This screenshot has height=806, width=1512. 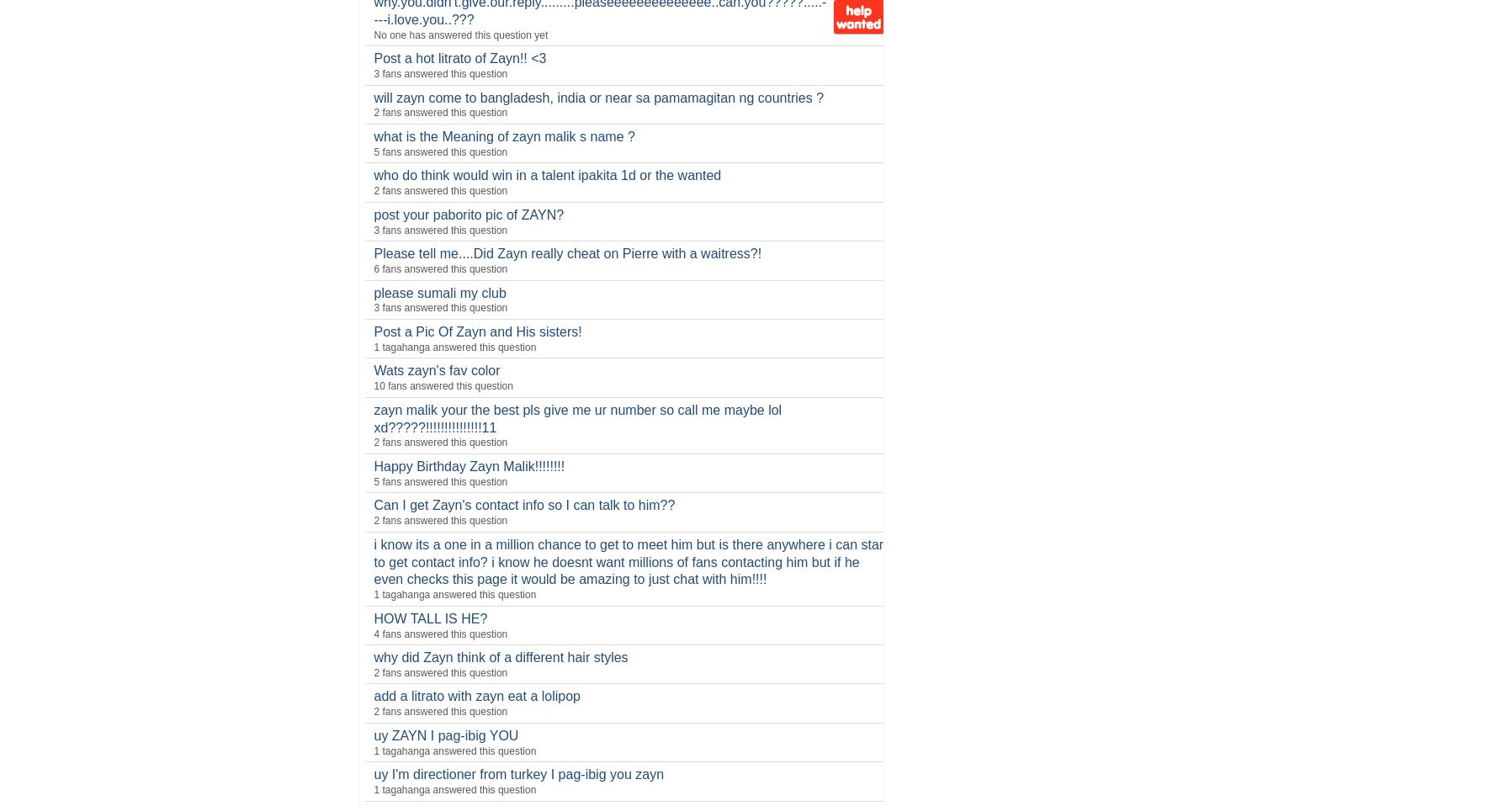 I want to click on 'why did Zayn think of a different hair styles', so click(x=500, y=657).